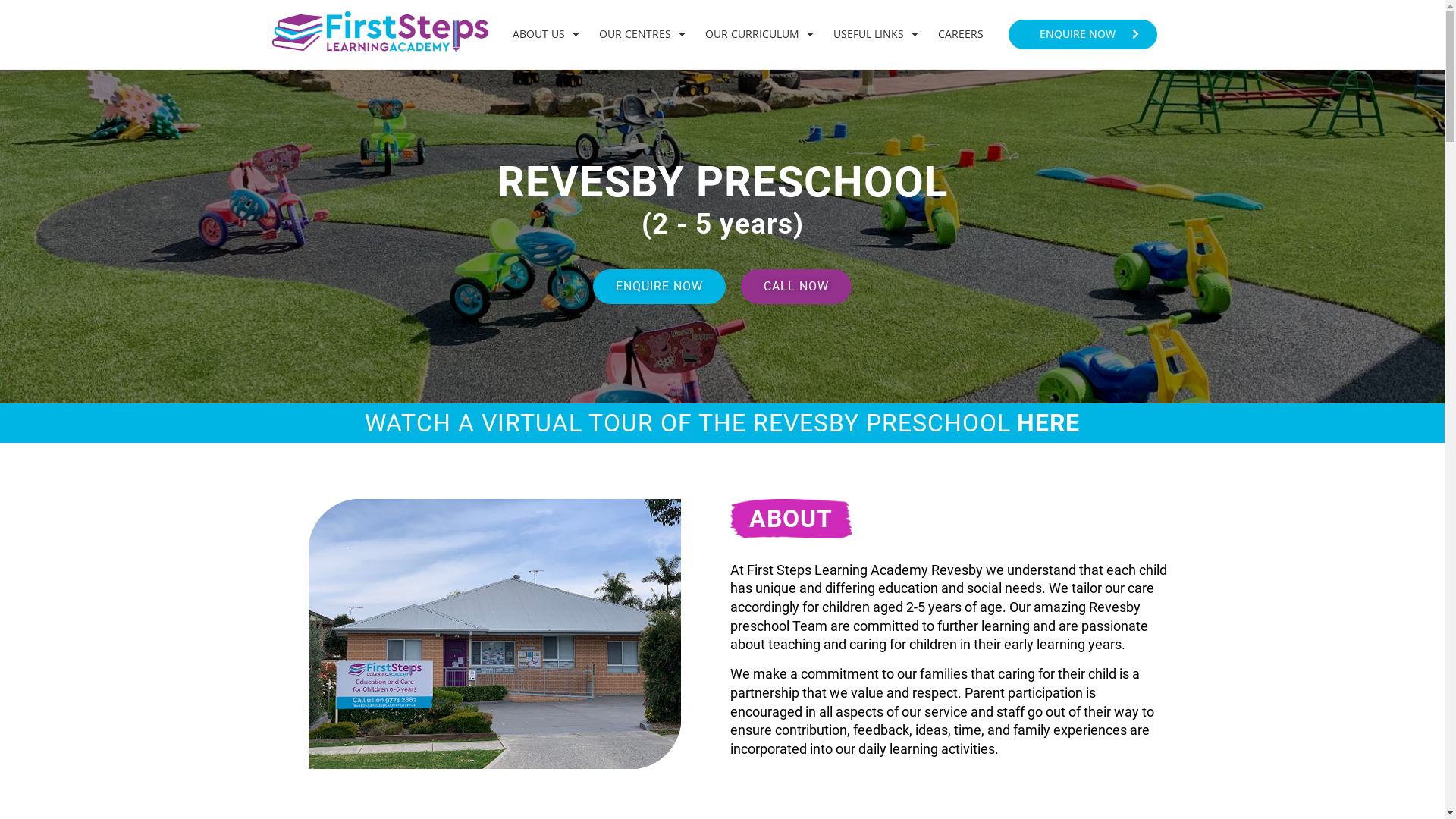 The height and width of the screenshot is (819, 1456). I want to click on 'CALL NOW', so click(795, 287).